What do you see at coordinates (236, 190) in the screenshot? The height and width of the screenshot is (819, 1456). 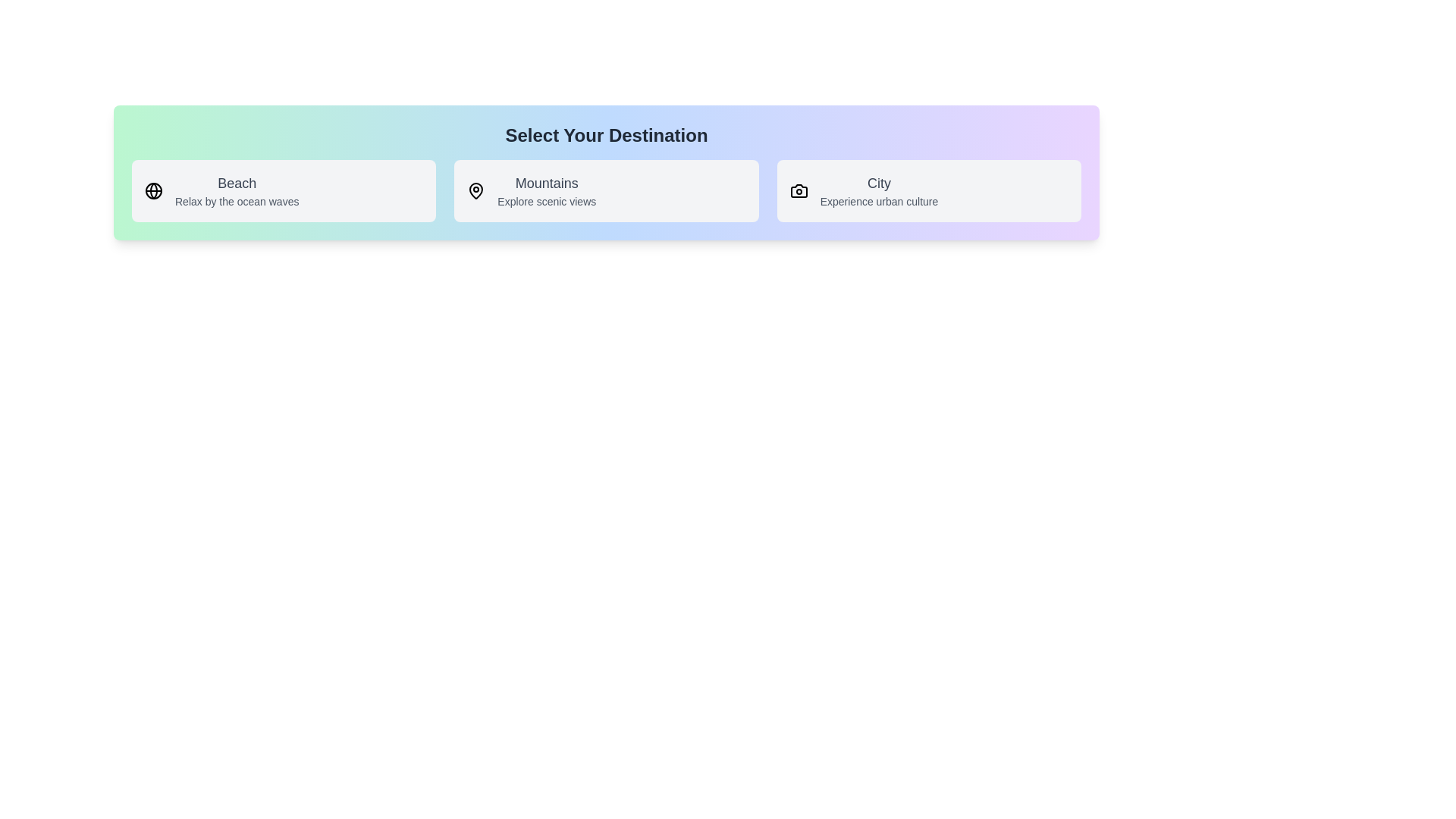 I see `the static text component labeled 'Beach' which provides information about relaxing by the ocean waves, located in the leftmost position of three options under 'Select Your Destination.'` at bounding box center [236, 190].